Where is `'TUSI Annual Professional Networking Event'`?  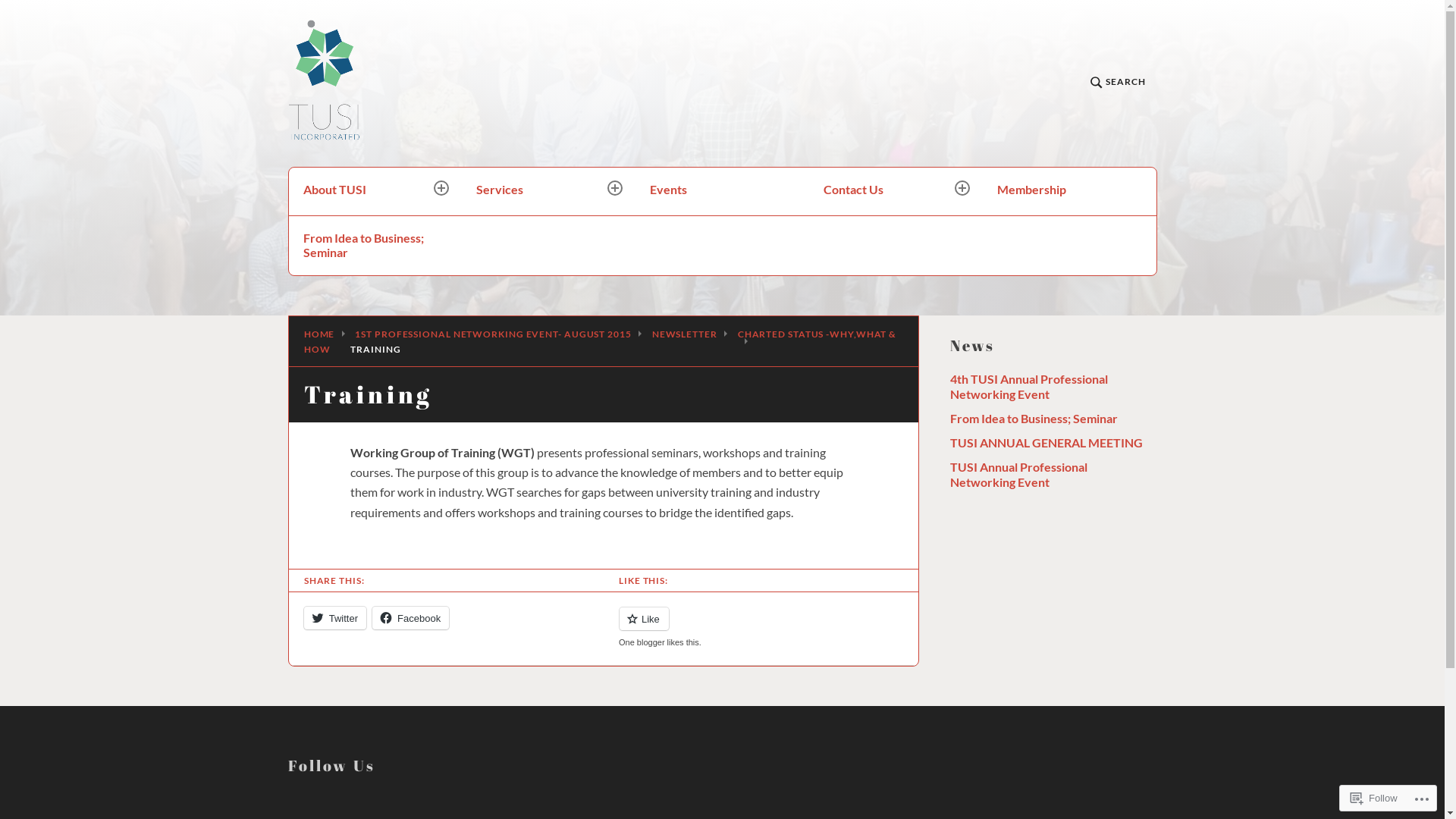
'TUSI Annual Professional Networking Event' is located at coordinates (1018, 473).